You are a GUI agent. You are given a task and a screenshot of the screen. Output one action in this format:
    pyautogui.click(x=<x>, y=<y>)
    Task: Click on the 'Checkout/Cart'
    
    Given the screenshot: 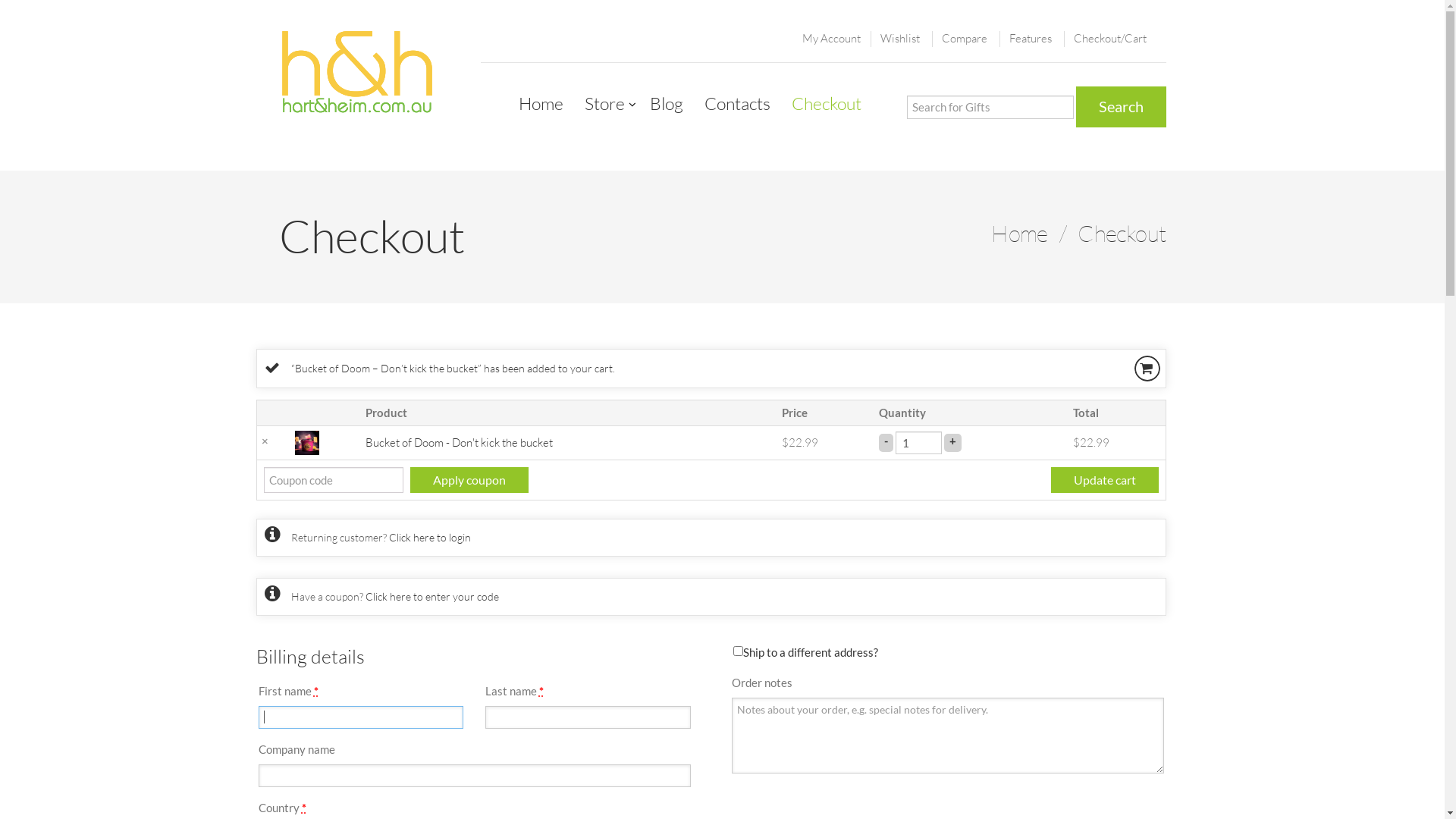 What is the action you would take?
    pyautogui.click(x=1110, y=37)
    